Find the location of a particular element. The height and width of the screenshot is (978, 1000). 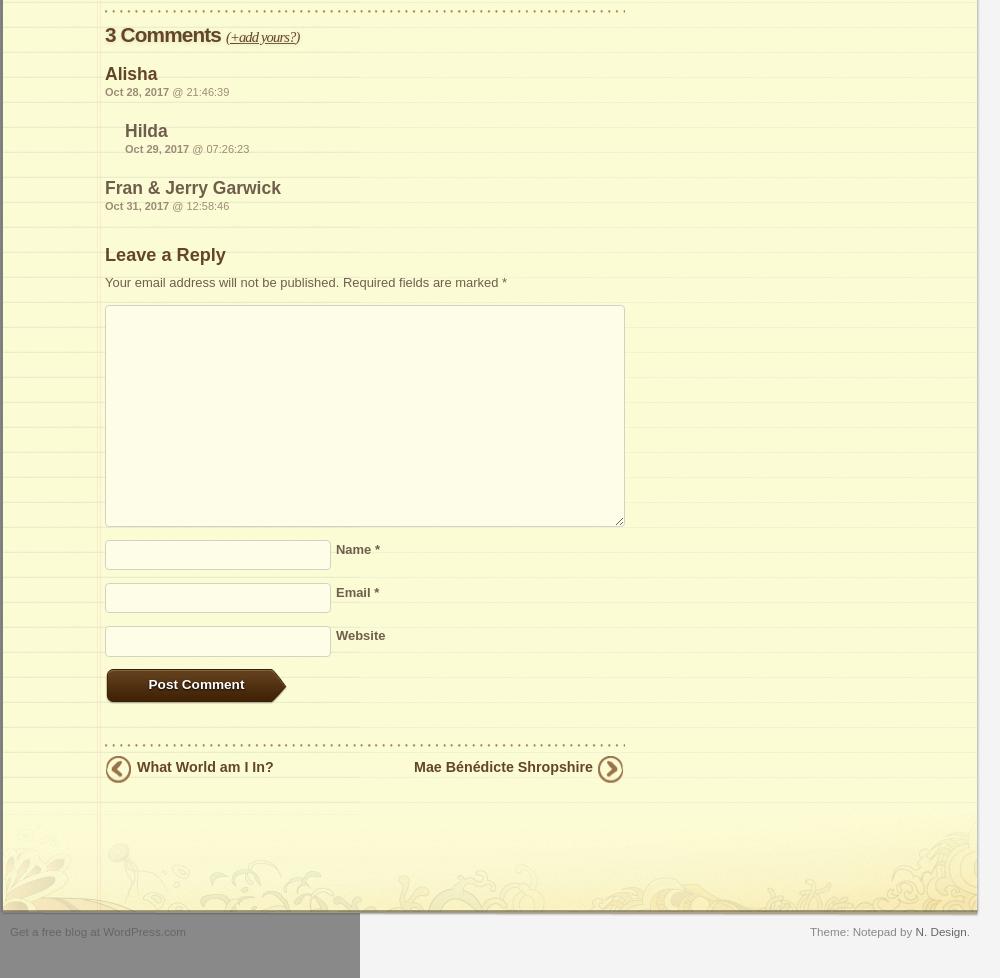

'Your email address will not be published.' is located at coordinates (221, 280).